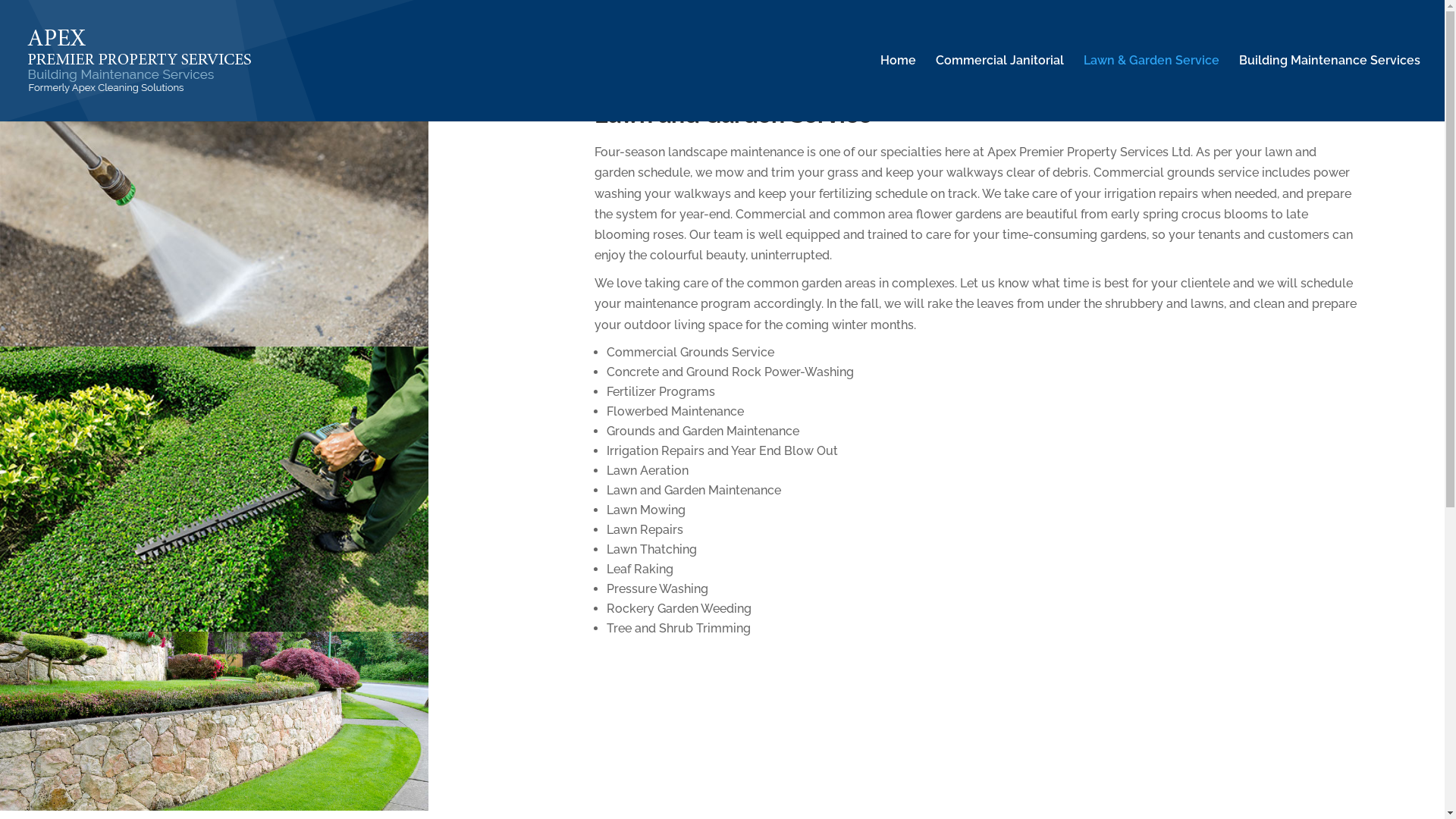 Image resolution: width=1456 pixels, height=819 pixels. What do you see at coordinates (1151, 88) in the screenshot?
I see `'Lawn & Garden Service'` at bounding box center [1151, 88].